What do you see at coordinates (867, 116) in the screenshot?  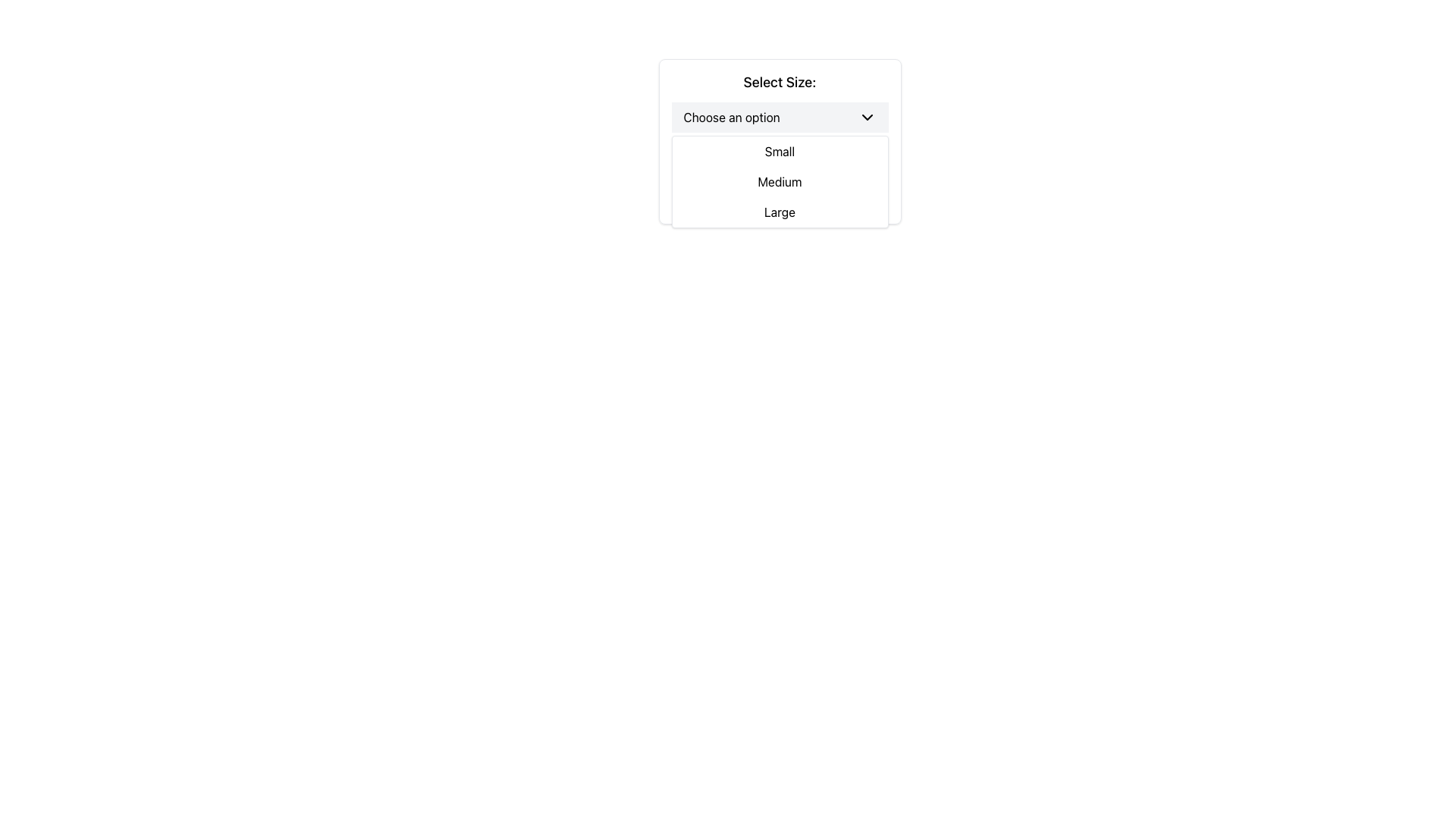 I see `the dropdown menu icon located to the right of the text 'Choose an option'` at bounding box center [867, 116].